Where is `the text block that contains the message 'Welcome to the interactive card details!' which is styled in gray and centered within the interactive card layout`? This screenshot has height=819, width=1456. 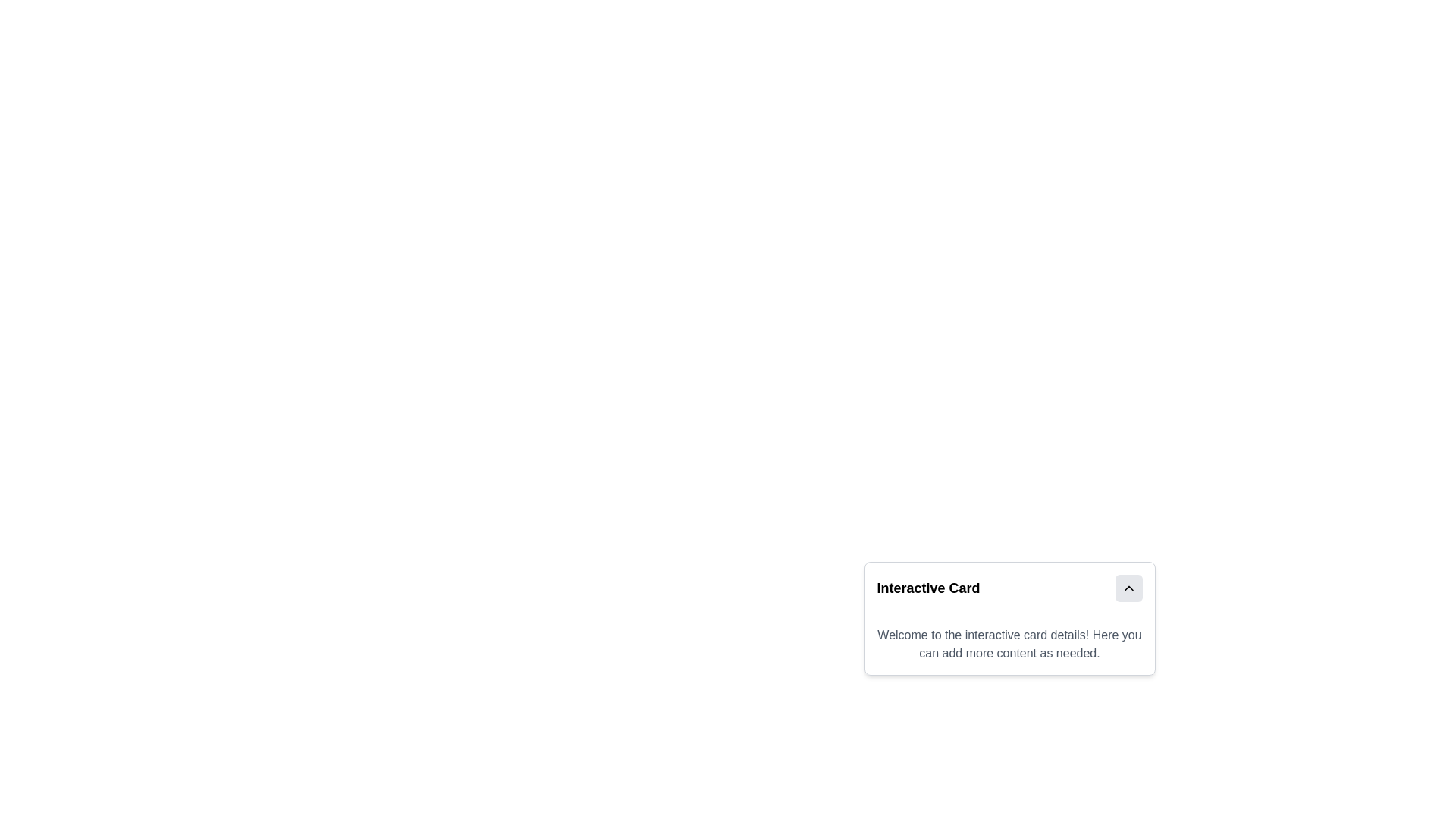
the text block that contains the message 'Welcome to the interactive card details!' which is styled in gray and centered within the interactive card layout is located at coordinates (1009, 644).